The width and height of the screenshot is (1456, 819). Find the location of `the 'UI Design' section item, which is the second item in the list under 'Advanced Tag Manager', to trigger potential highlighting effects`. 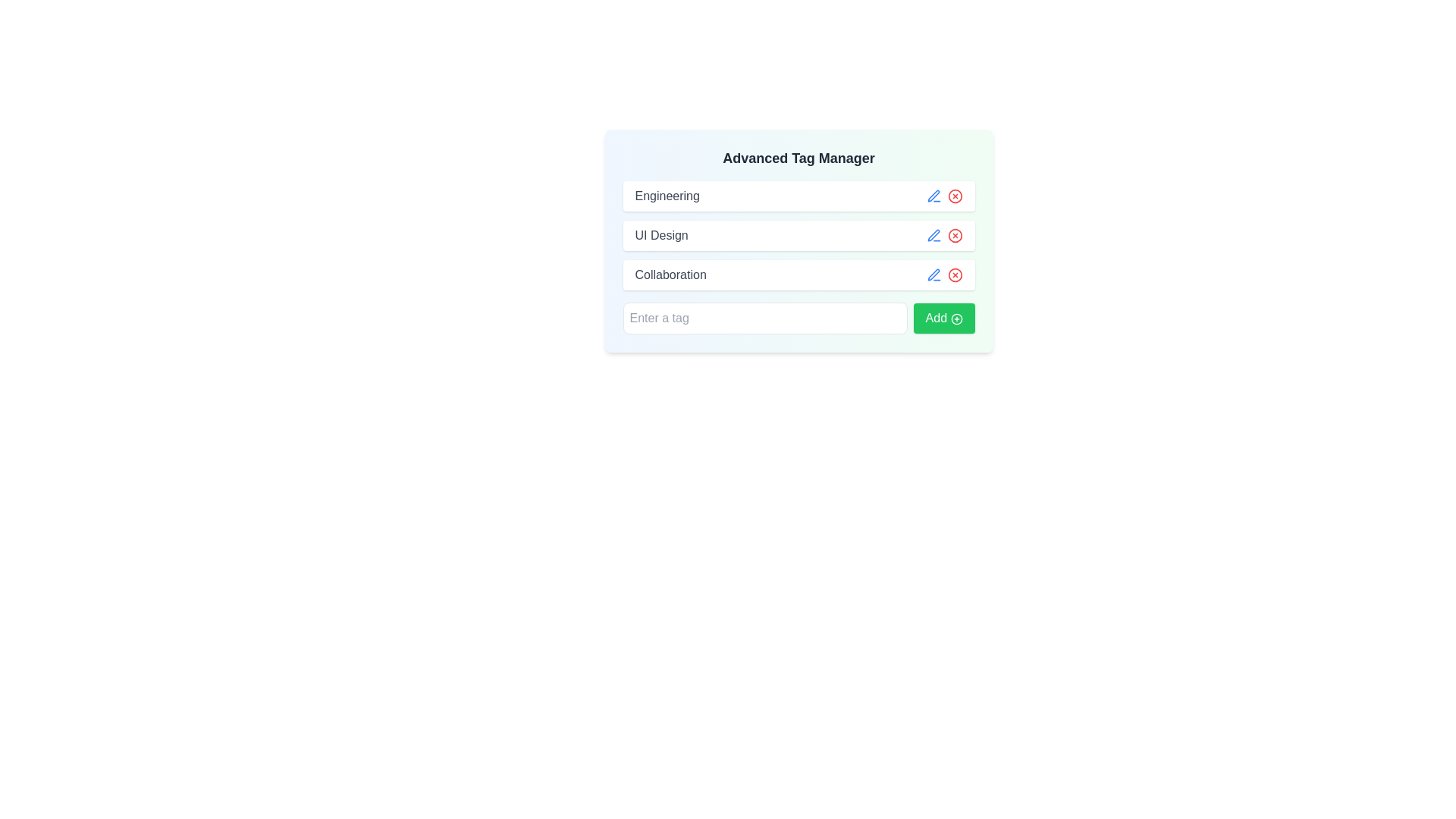

the 'UI Design' section item, which is the second item in the list under 'Advanced Tag Manager', to trigger potential highlighting effects is located at coordinates (798, 236).